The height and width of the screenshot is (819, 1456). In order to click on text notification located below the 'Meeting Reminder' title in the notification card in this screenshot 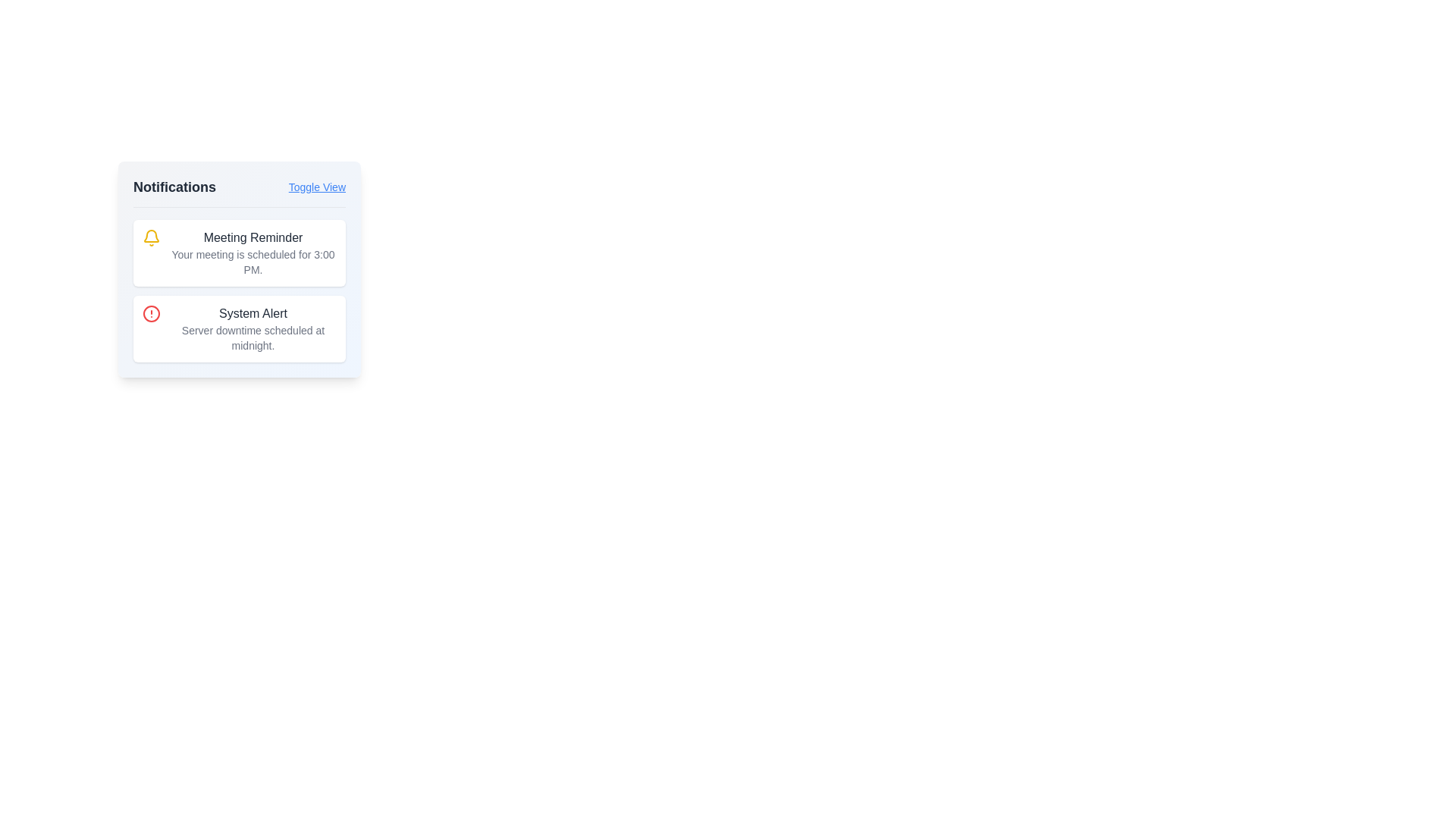, I will do `click(253, 262)`.